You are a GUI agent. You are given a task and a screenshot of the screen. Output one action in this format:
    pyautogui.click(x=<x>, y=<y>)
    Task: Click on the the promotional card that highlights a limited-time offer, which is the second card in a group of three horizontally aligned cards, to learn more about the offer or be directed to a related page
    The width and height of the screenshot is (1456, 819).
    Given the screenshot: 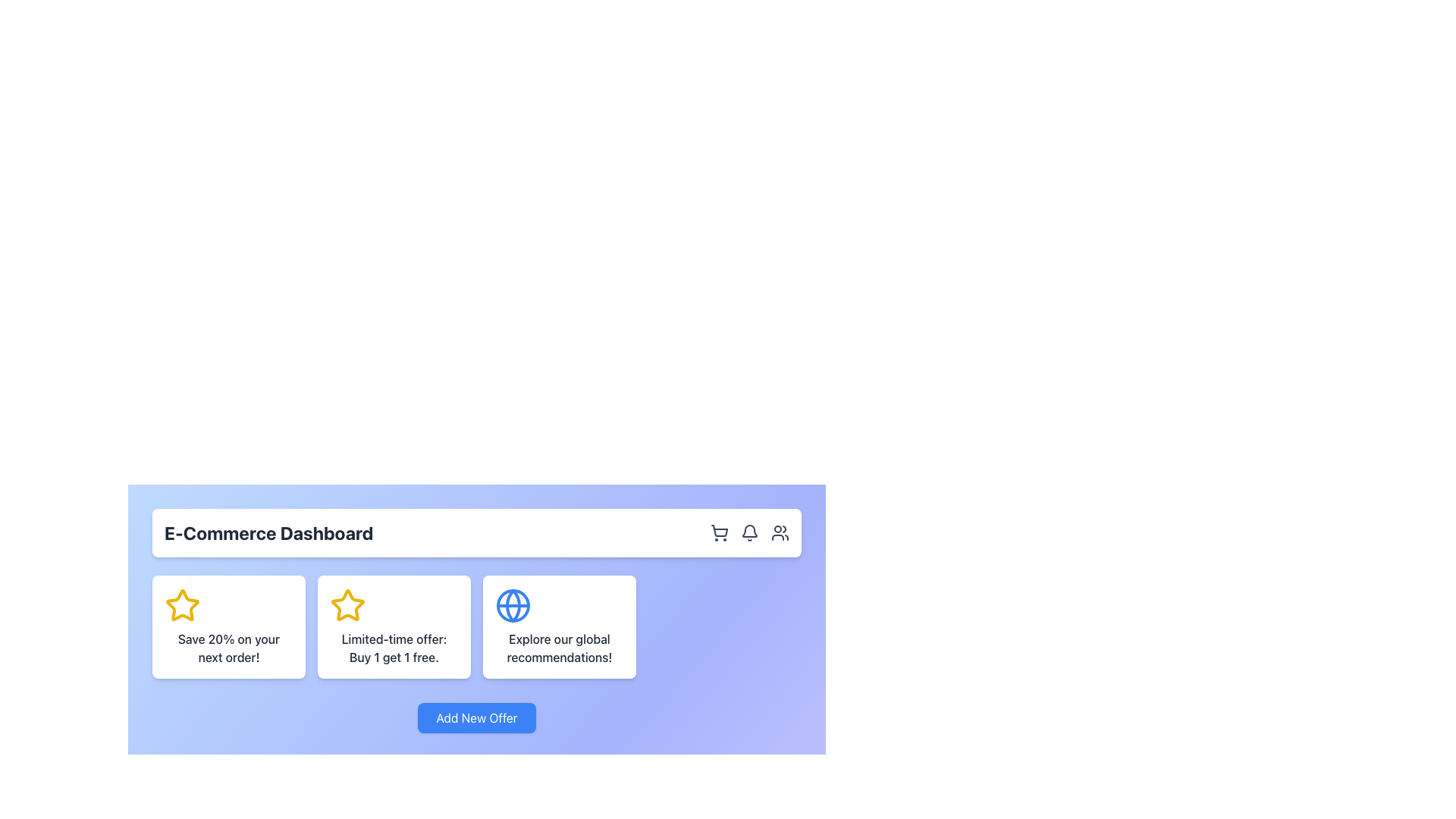 What is the action you would take?
    pyautogui.click(x=394, y=626)
    